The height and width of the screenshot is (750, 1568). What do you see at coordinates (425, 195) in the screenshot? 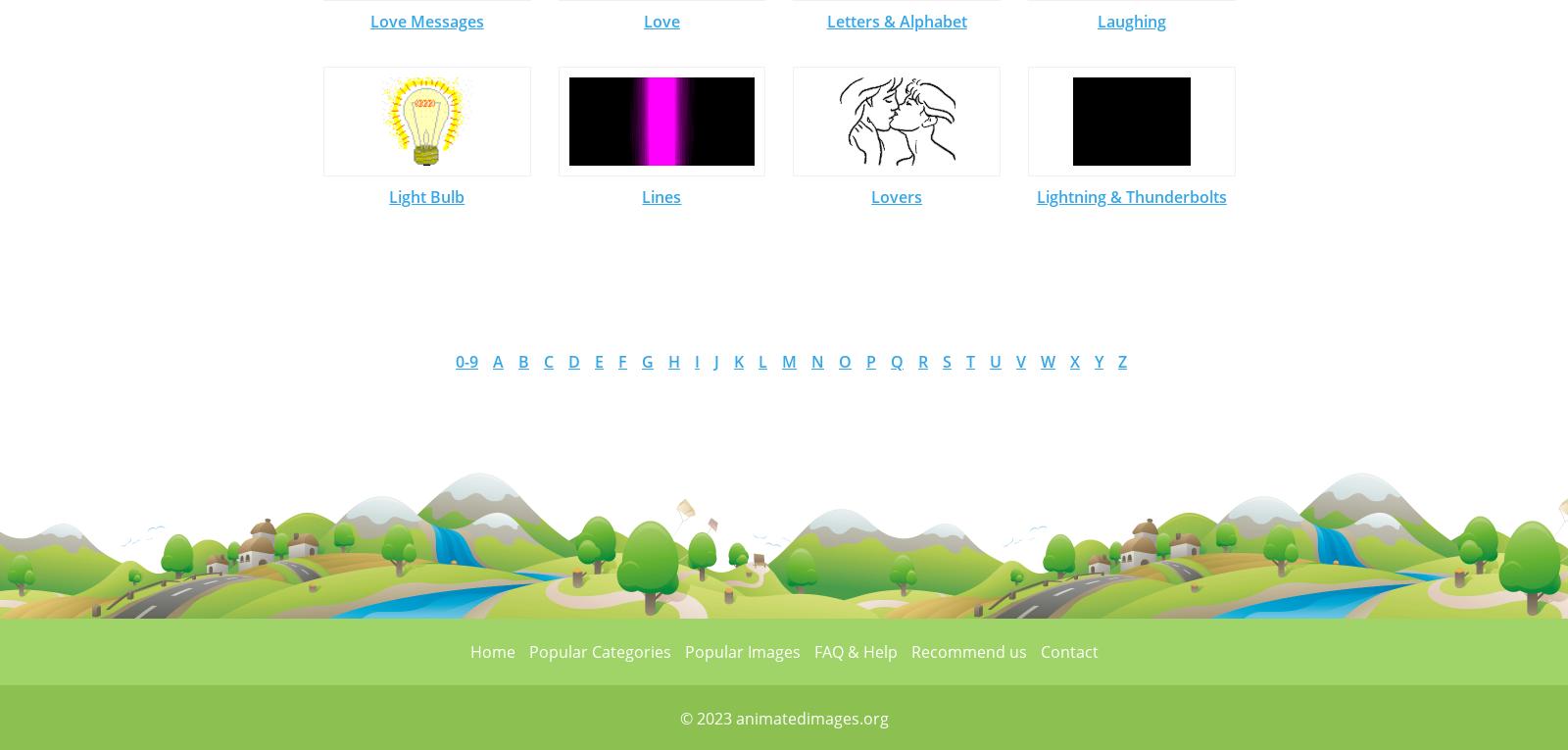
I see `'Light Bulb'` at bounding box center [425, 195].